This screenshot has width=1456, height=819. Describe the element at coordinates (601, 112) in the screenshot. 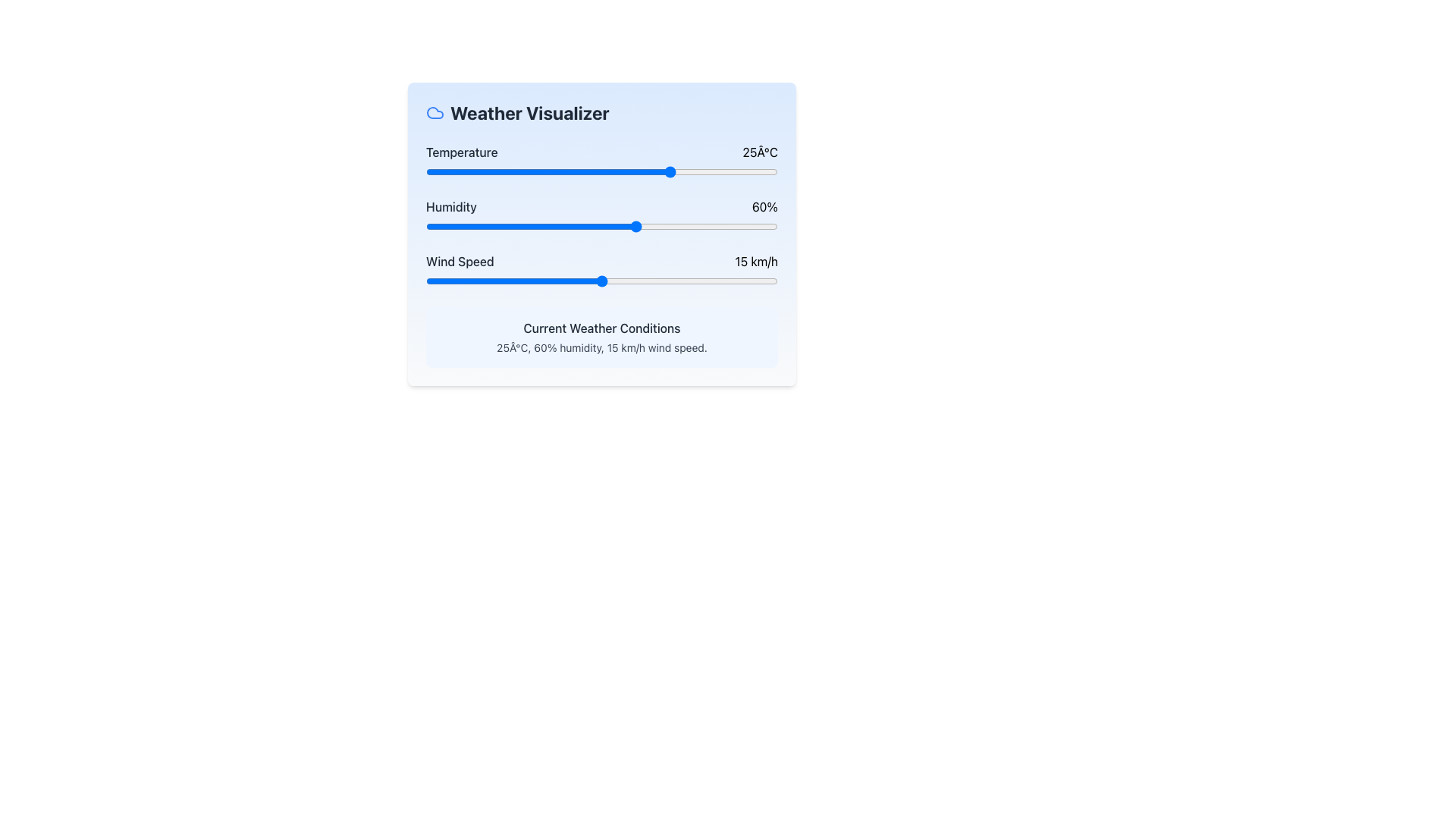

I see `the Header titled 'Weather Visualizer' which features a cloud icon on the left, prominently displayed with bold black text against a light blue background` at that location.